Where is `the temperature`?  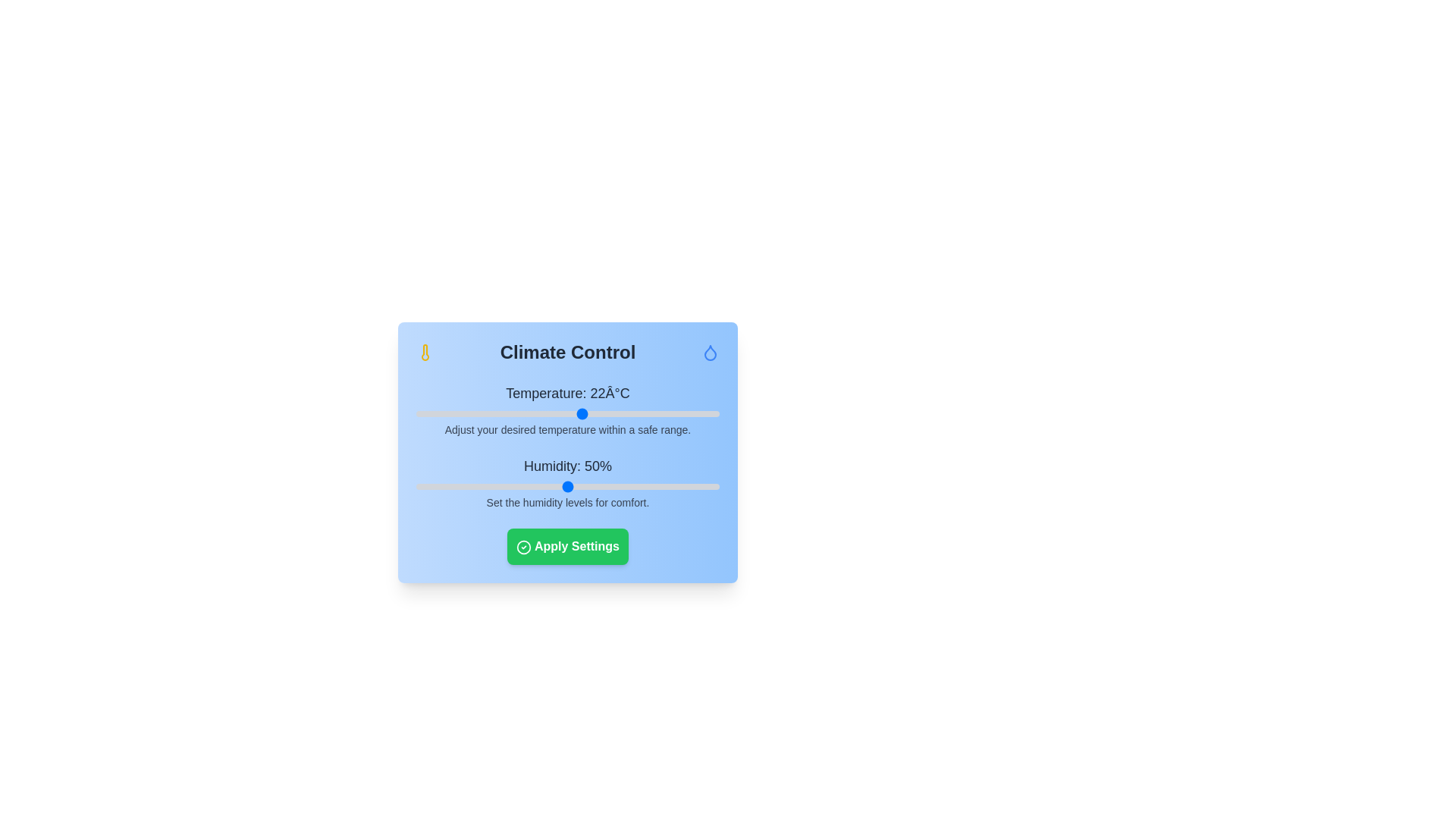
the temperature is located at coordinates (530, 414).